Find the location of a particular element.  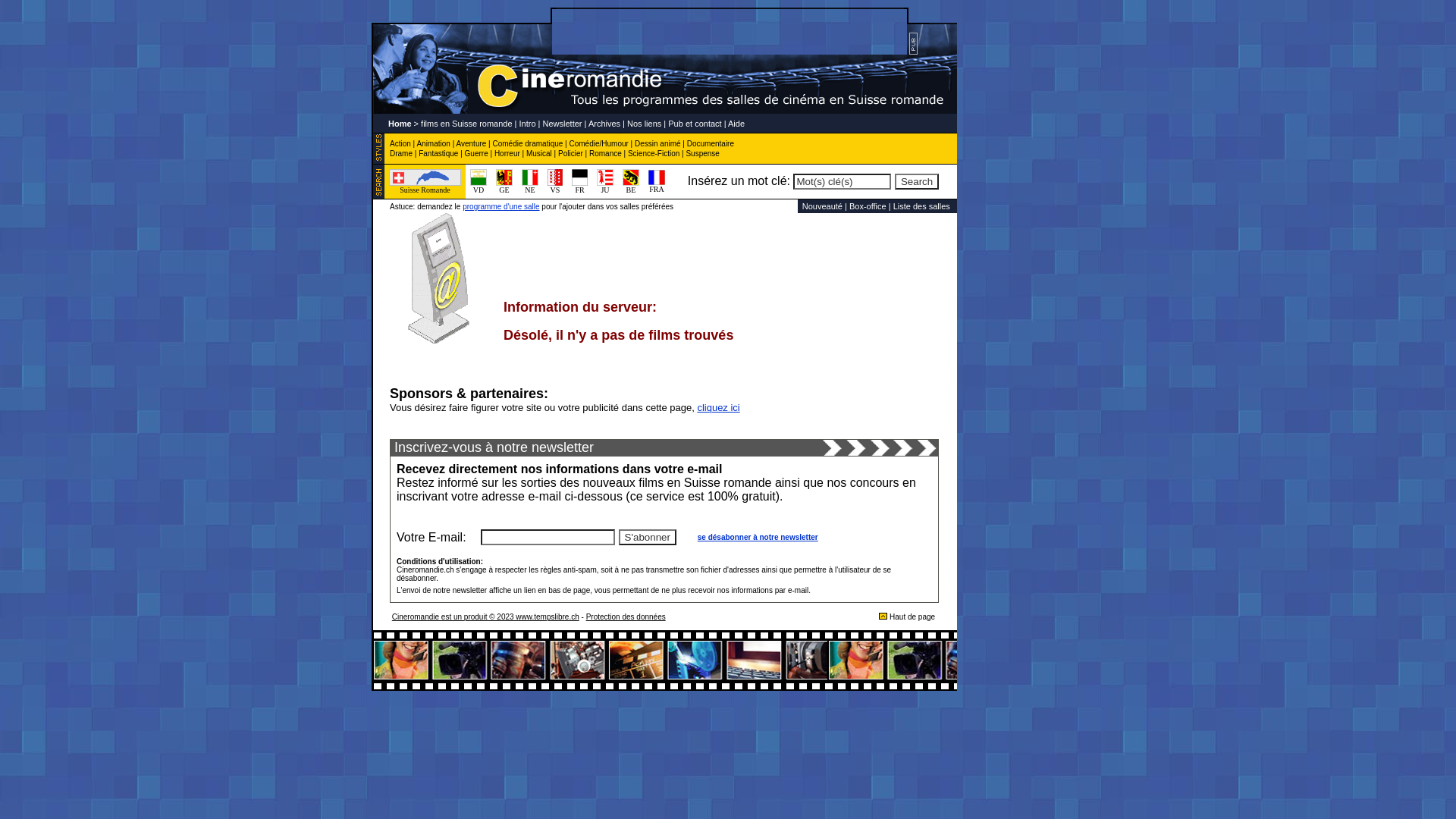

'Box-office' is located at coordinates (868, 206).